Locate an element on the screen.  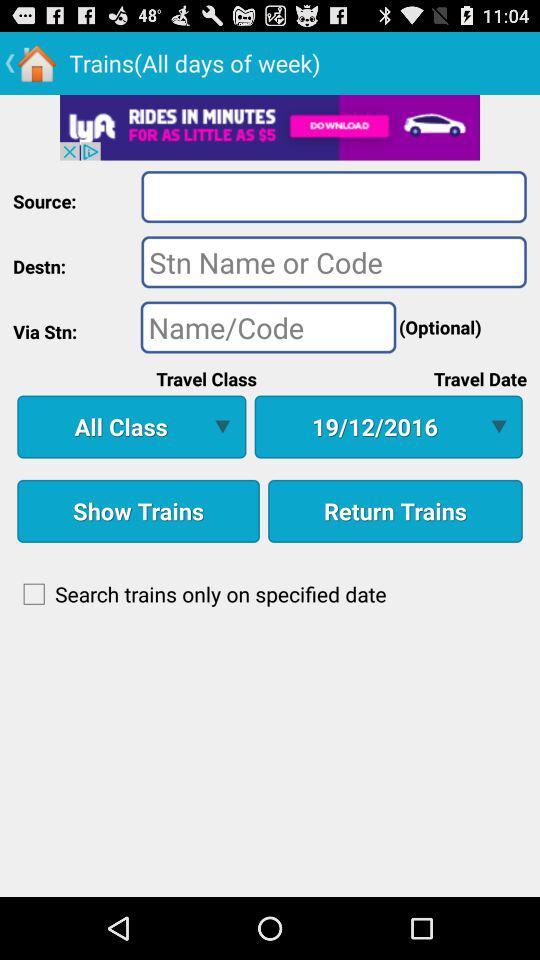
destination box is located at coordinates (334, 260).